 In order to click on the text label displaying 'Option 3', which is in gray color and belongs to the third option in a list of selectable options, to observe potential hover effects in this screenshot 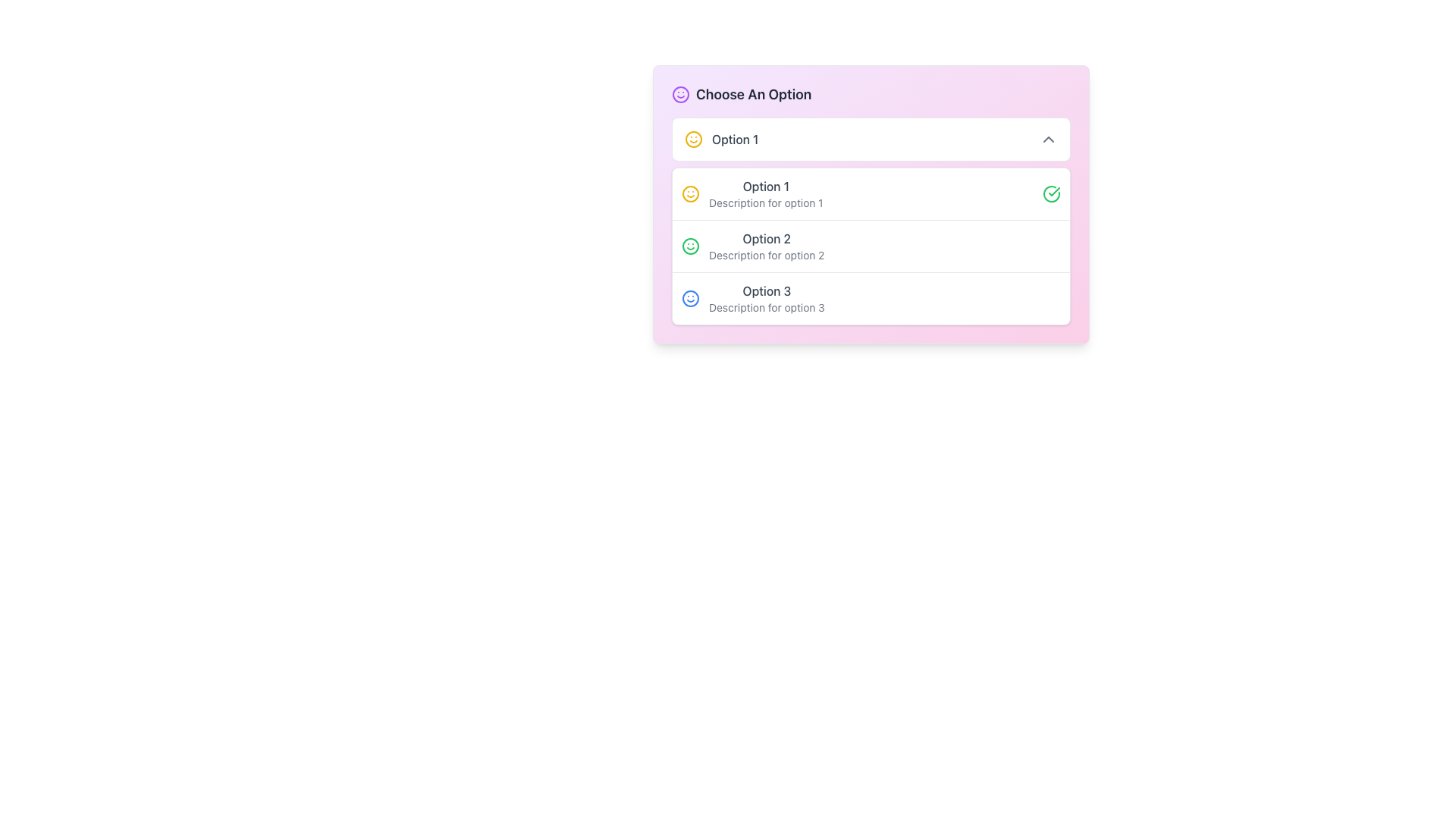, I will do `click(767, 291)`.